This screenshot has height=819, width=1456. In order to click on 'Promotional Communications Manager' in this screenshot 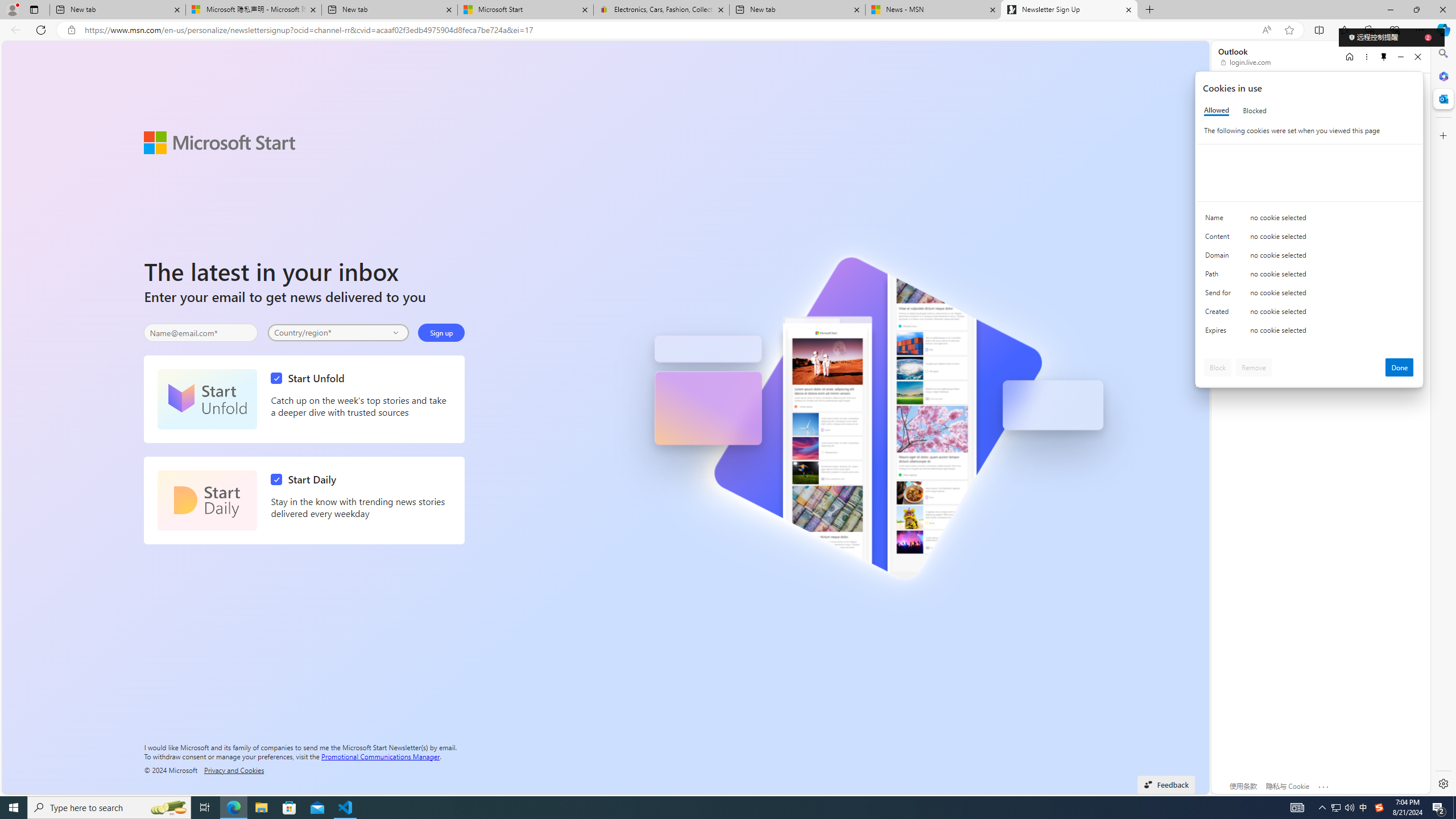, I will do `click(380, 755)`.